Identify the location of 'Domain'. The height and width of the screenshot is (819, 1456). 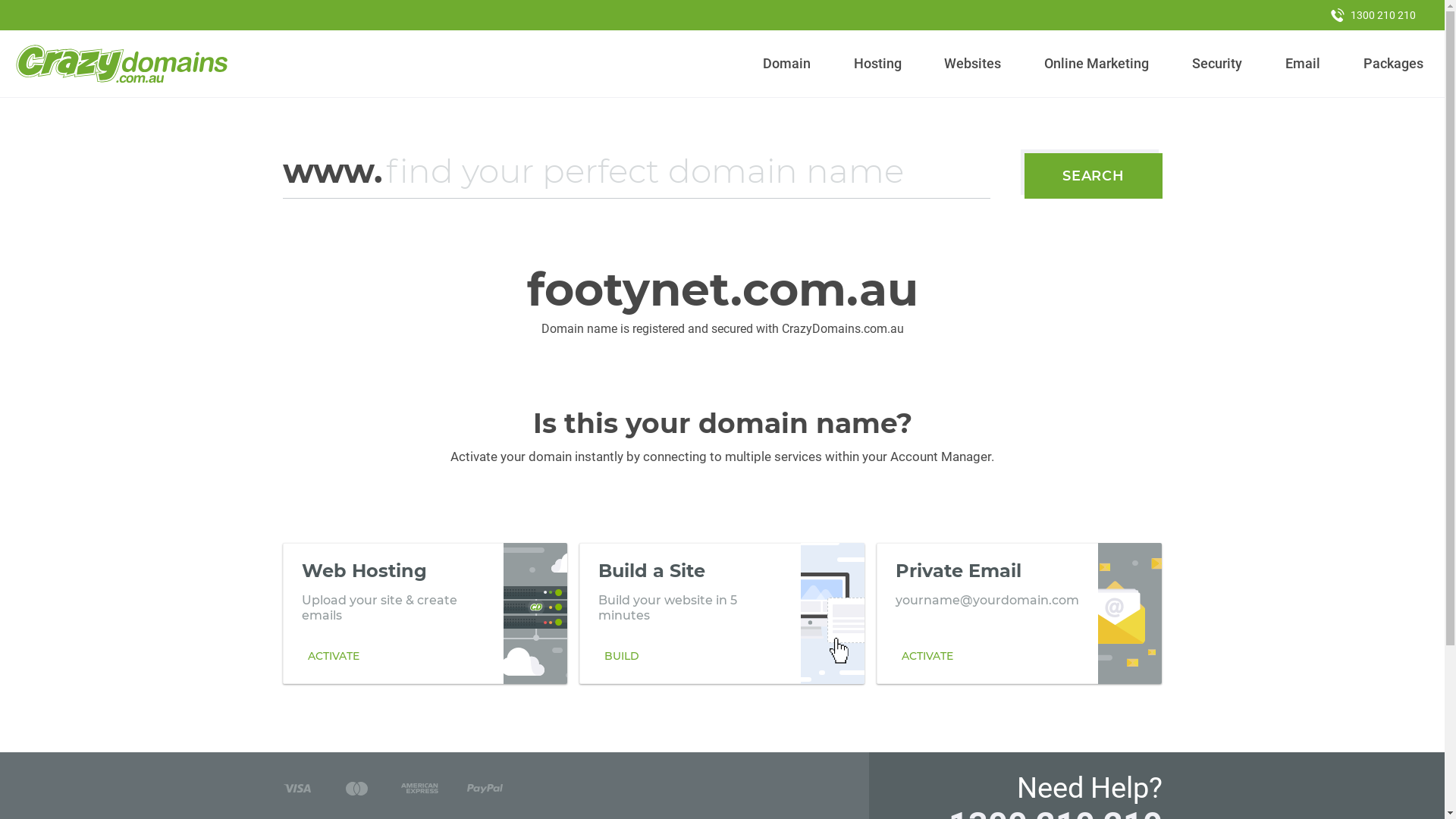
(757, 63).